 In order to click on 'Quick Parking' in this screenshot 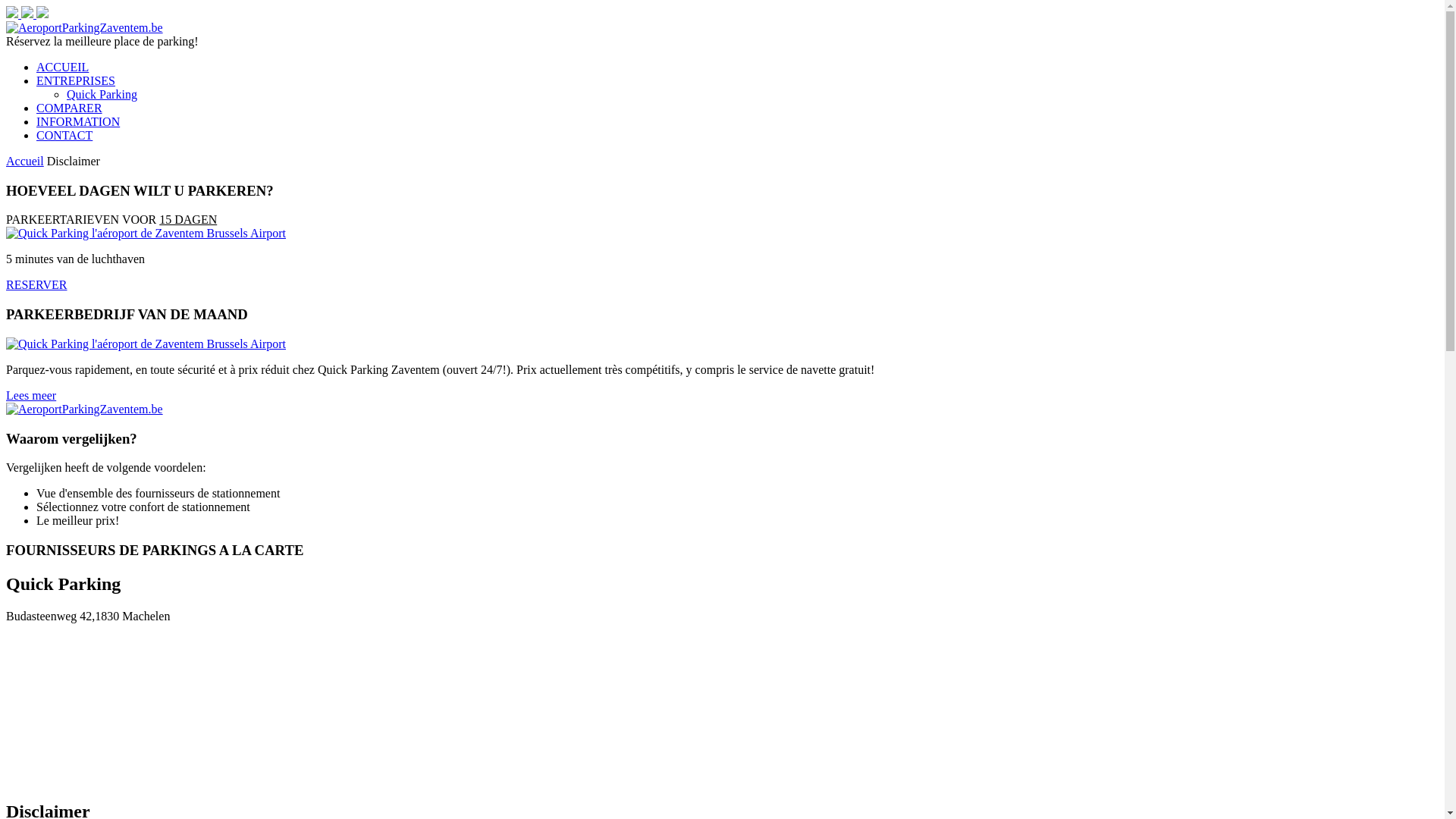, I will do `click(146, 233)`.